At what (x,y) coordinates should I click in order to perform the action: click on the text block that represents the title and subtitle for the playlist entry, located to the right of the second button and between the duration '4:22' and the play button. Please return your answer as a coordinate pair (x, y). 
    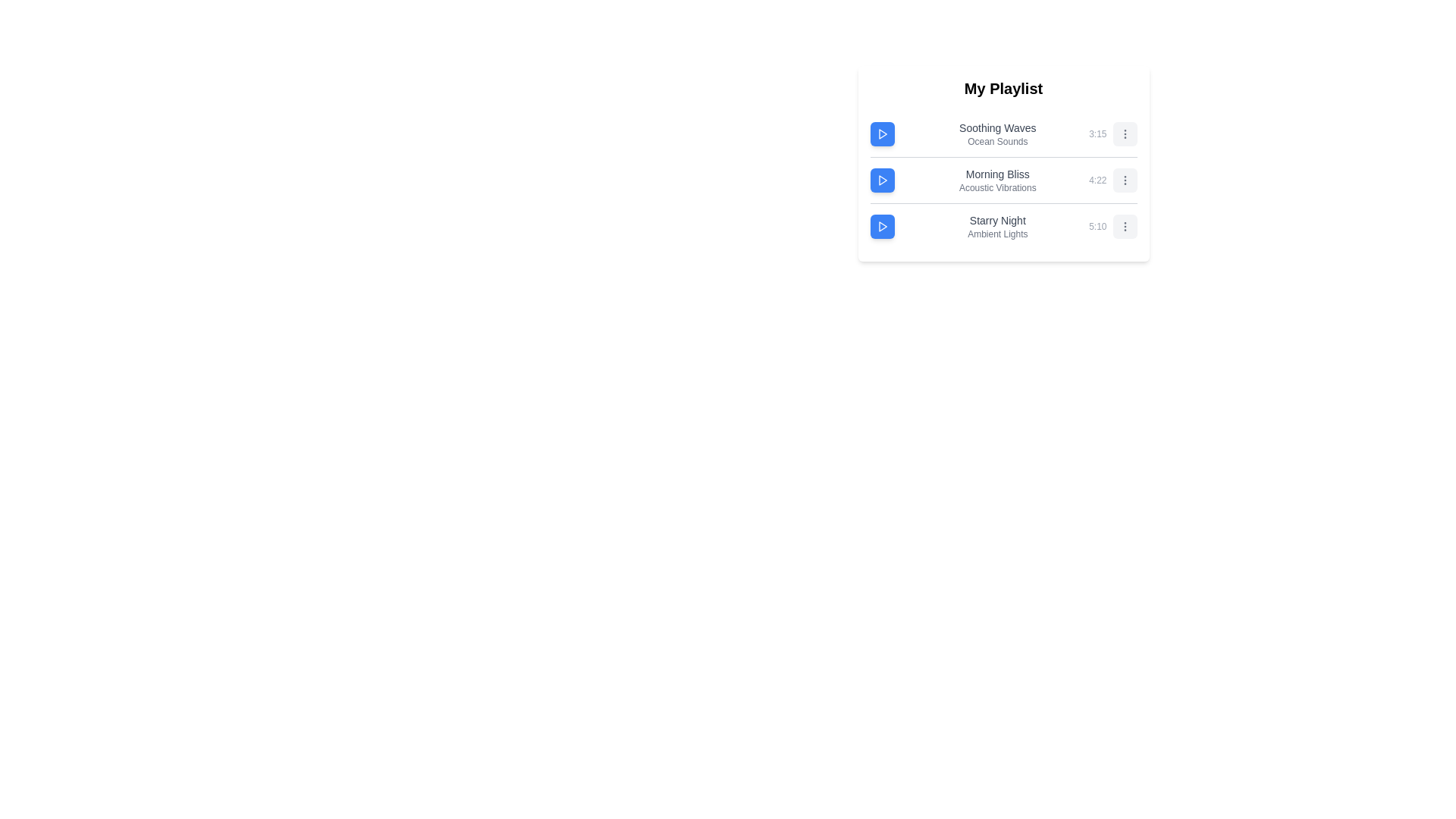
    Looking at the image, I should click on (997, 180).